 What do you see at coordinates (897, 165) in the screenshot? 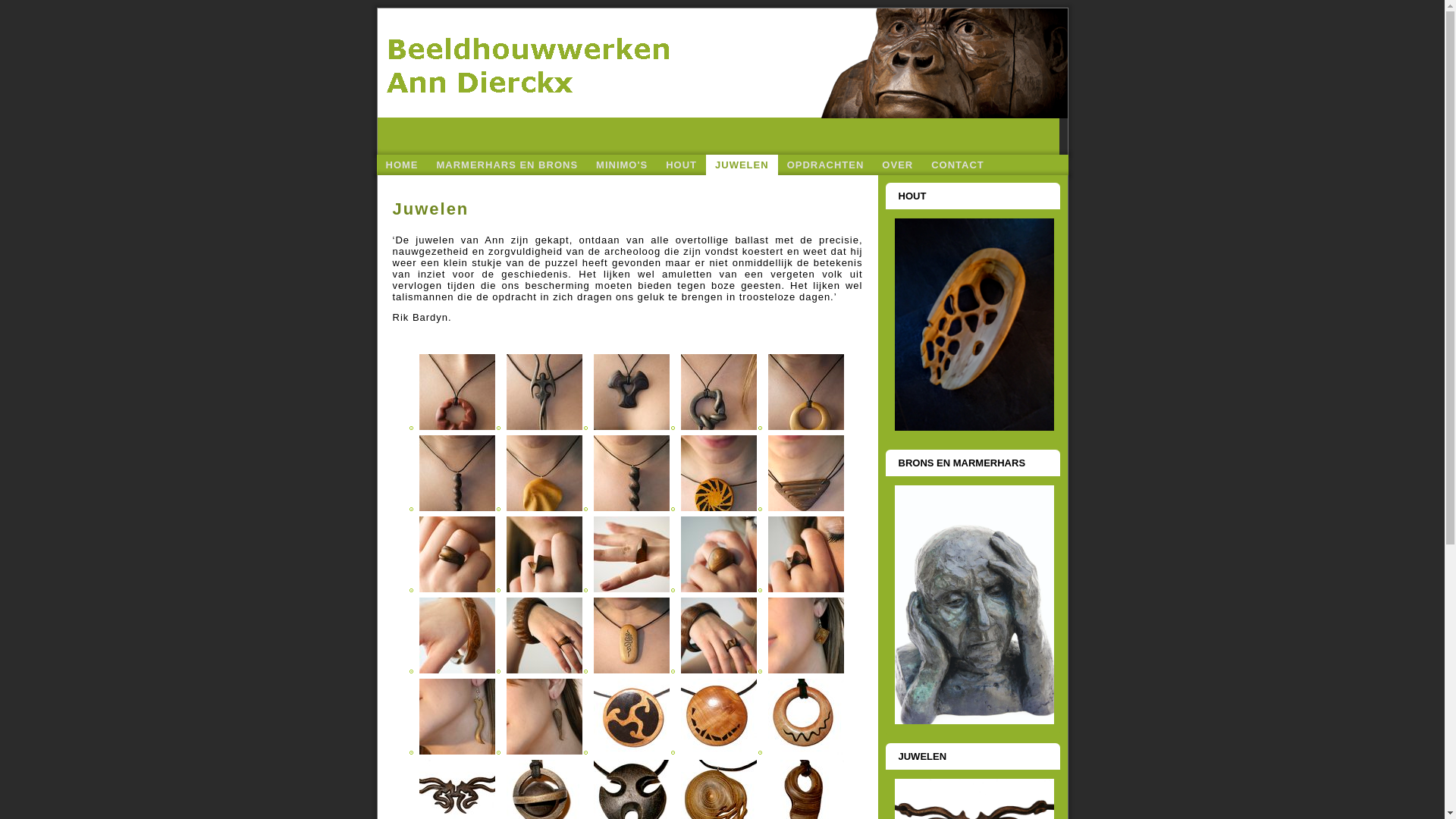
I see `'OVER'` at bounding box center [897, 165].